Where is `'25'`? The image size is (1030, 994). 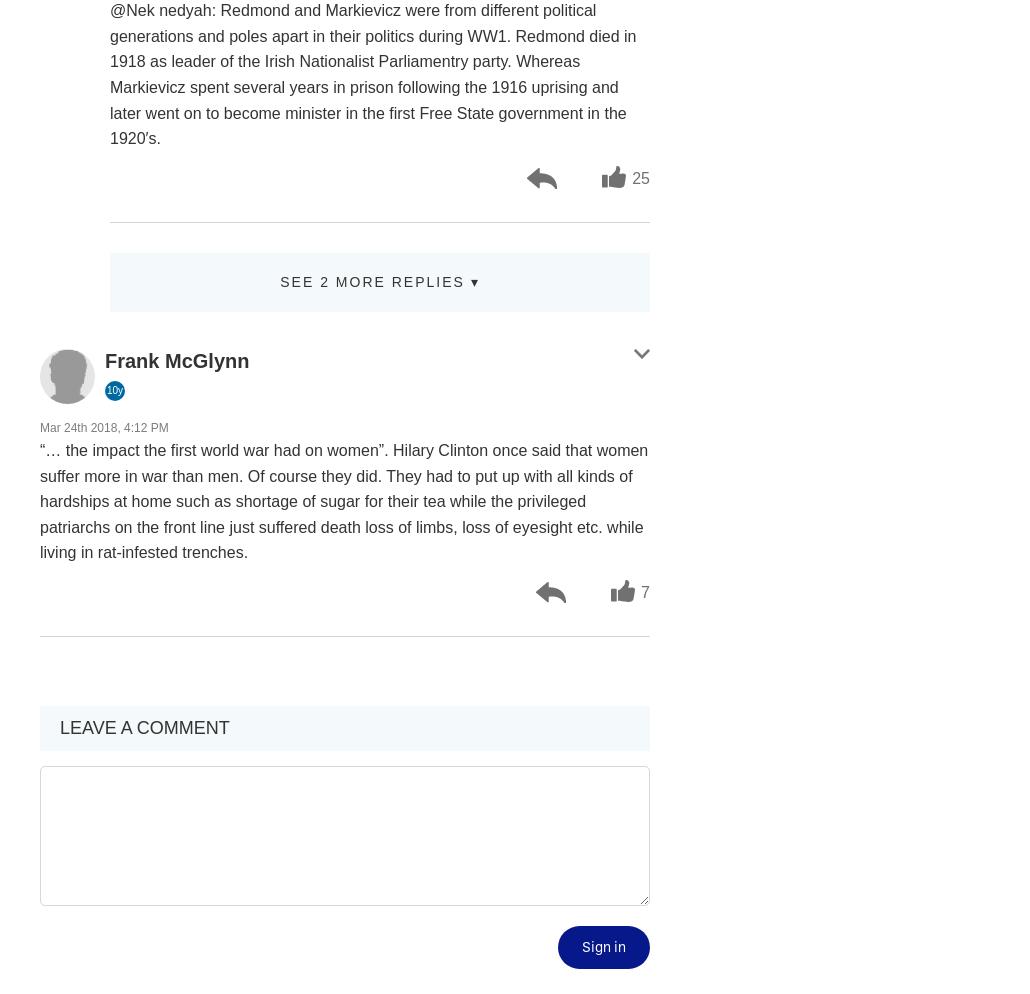 '25' is located at coordinates (639, 177).